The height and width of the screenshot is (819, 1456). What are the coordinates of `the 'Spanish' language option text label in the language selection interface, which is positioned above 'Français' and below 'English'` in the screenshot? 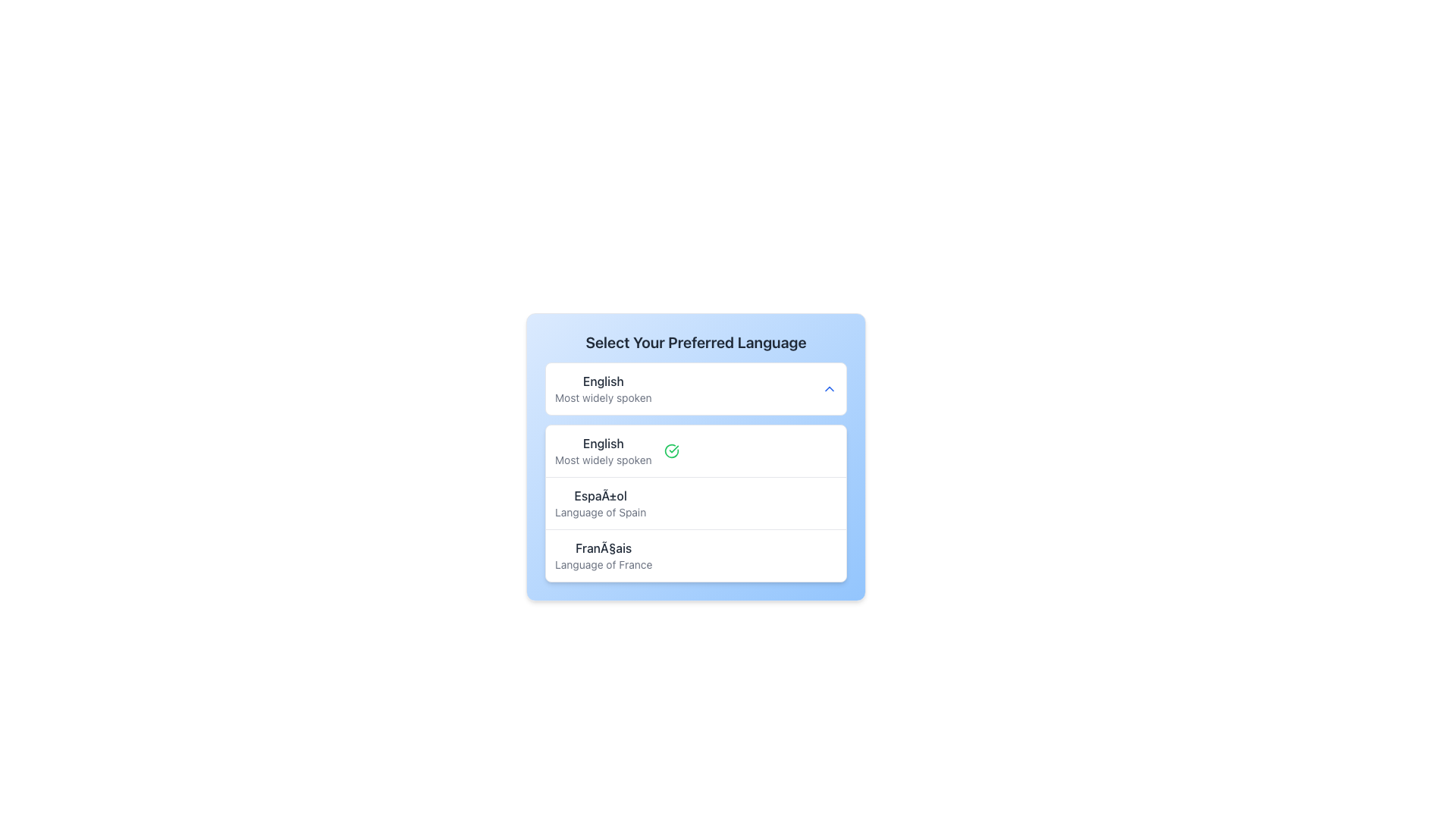 It's located at (600, 496).